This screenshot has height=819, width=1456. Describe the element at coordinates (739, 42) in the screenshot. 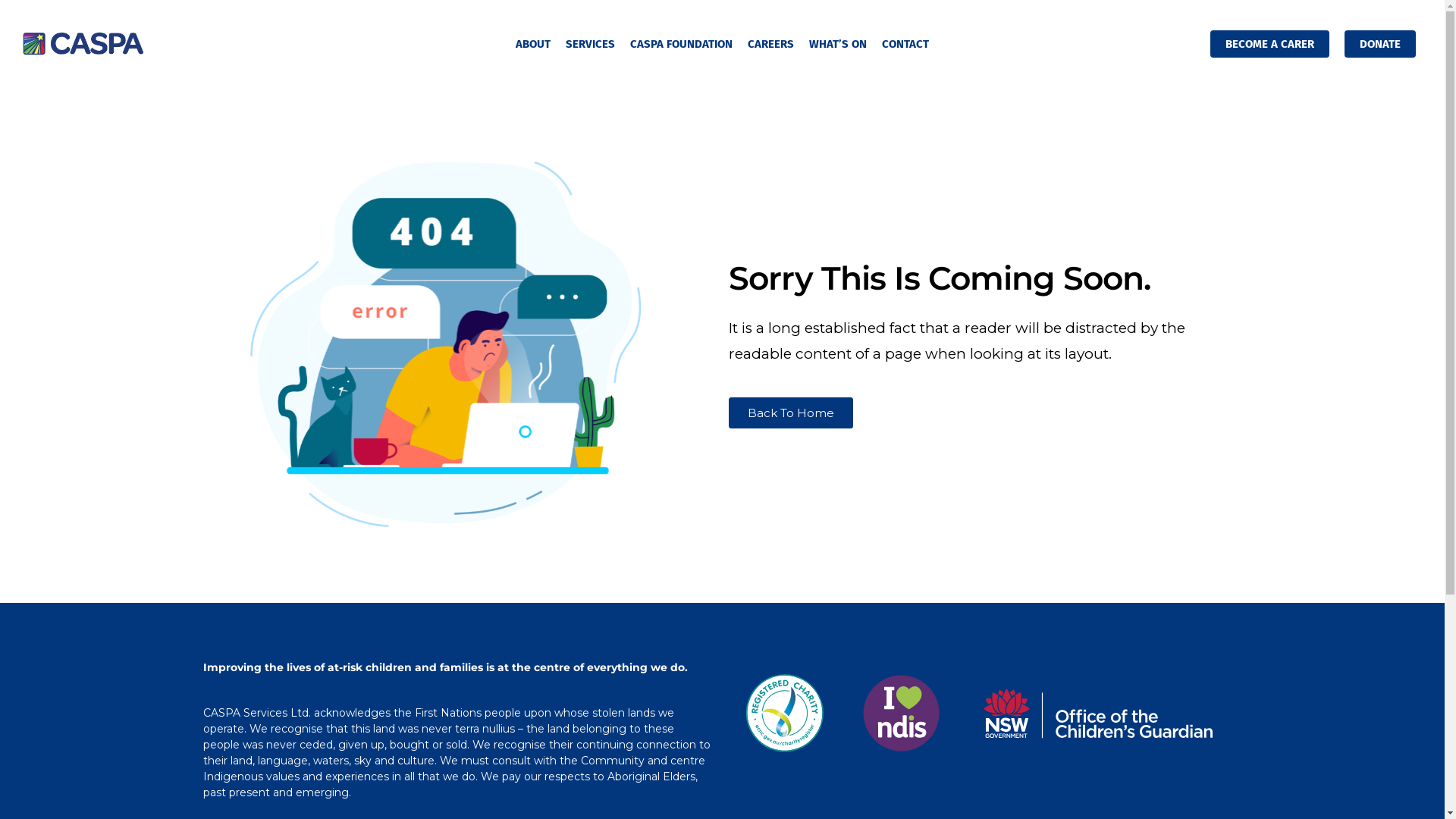

I see `'CAREERS'` at that location.